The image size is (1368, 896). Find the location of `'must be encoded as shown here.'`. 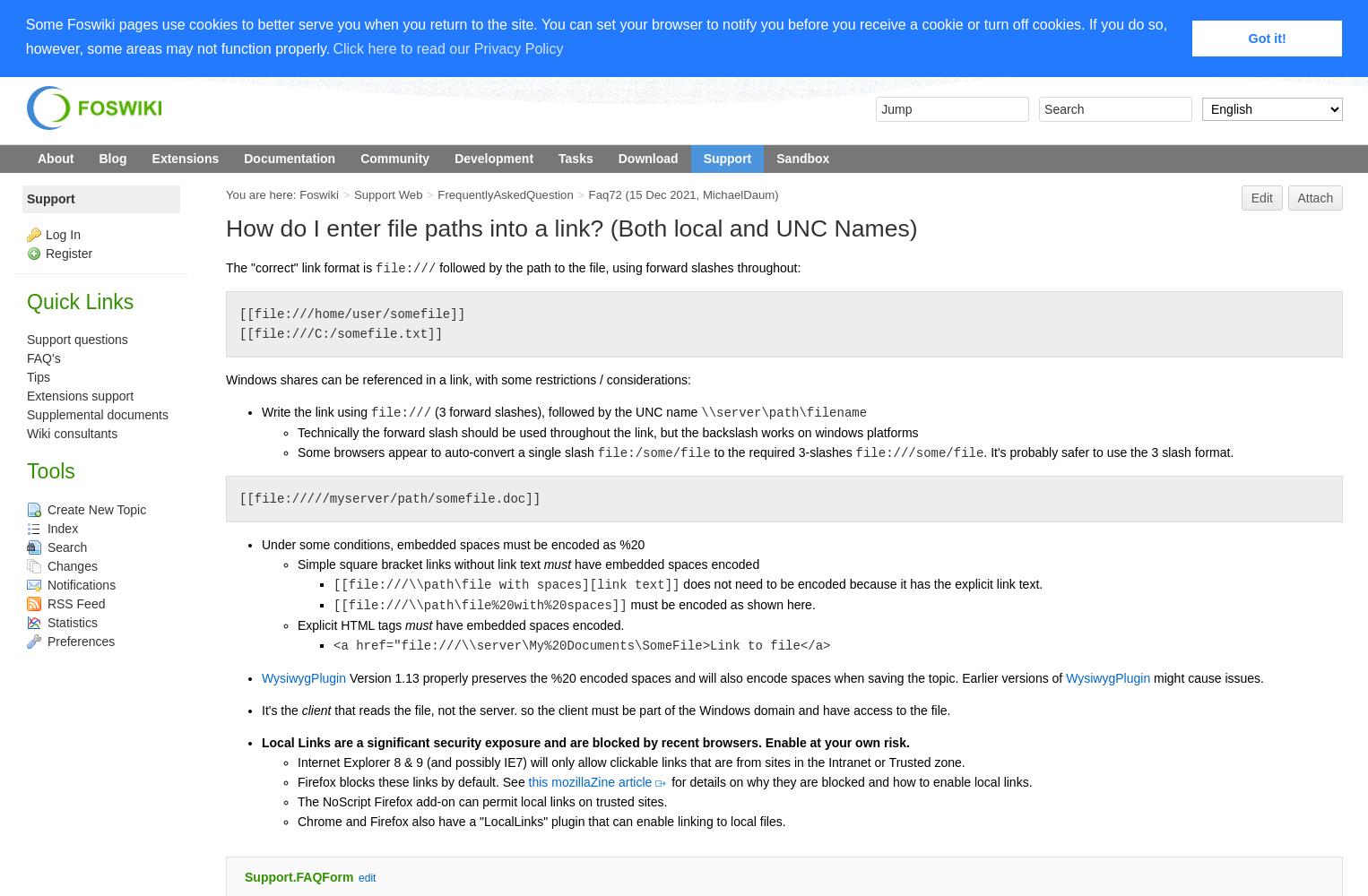

'must be encoded as shown here.' is located at coordinates (720, 605).